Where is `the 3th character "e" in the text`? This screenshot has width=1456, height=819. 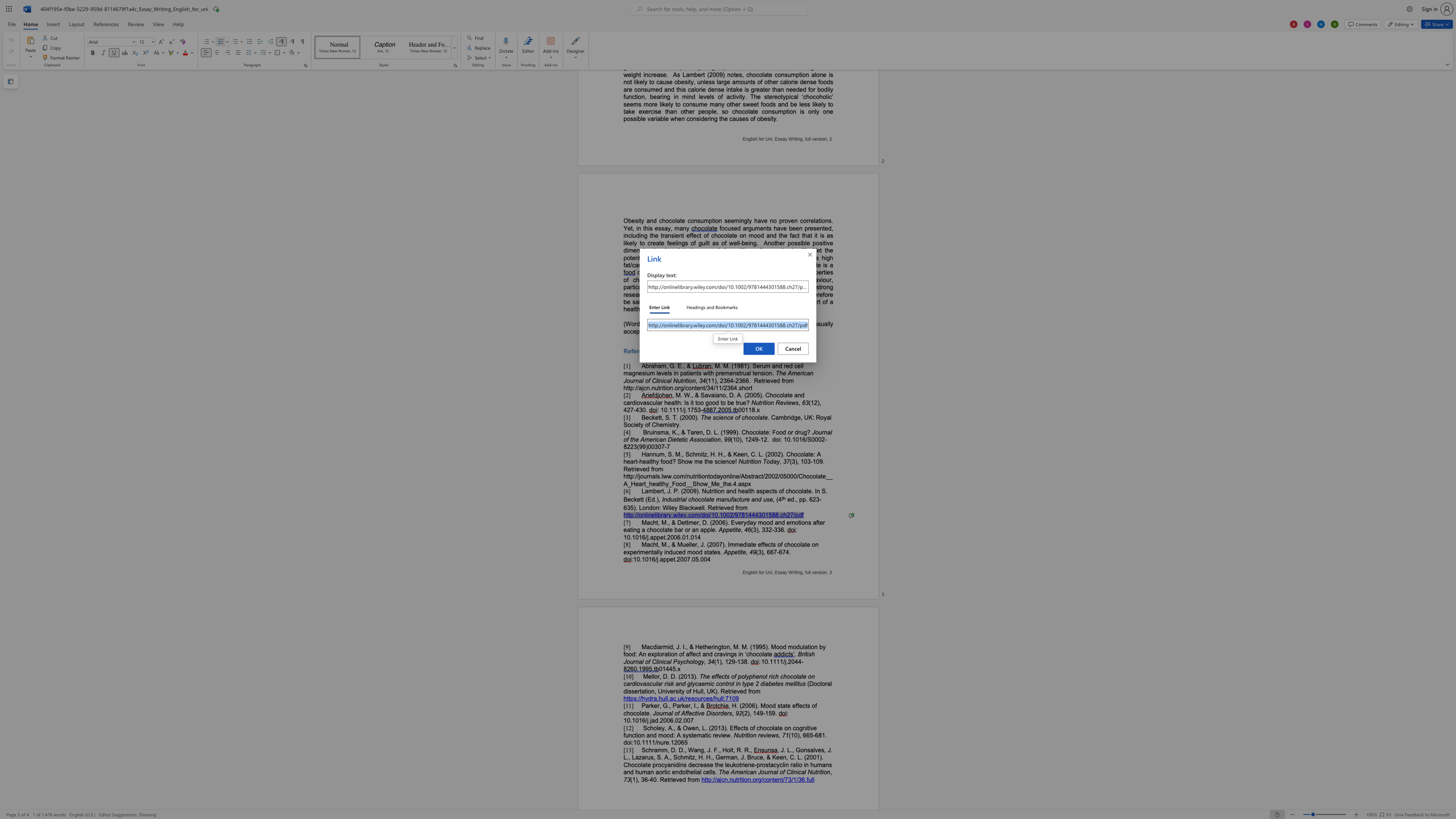 the 3th character "e" in the text is located at coordinates (681, 779).